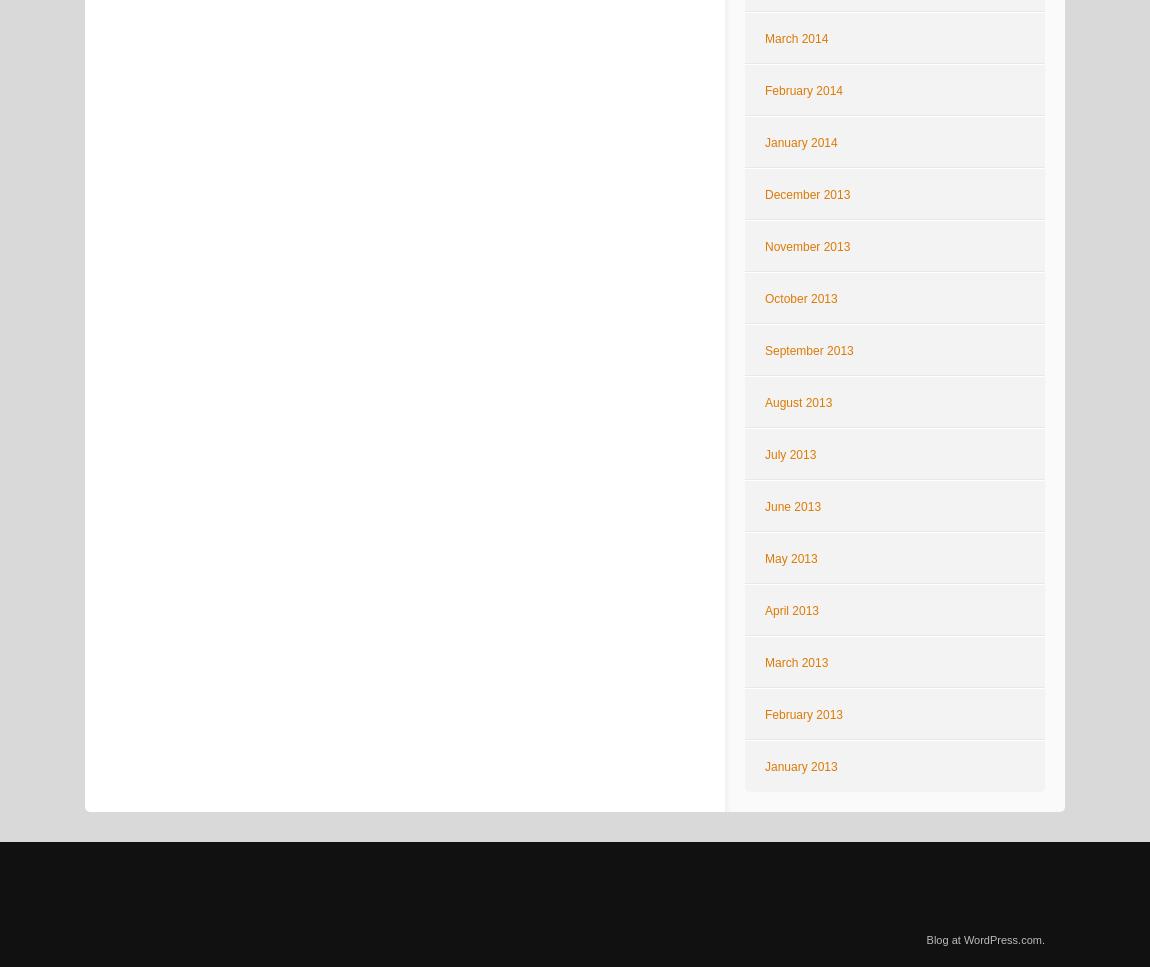 Image resolution: width=1150 pixels, height=967 pixels. I want to click on 'January 2014', so click(799, 142).